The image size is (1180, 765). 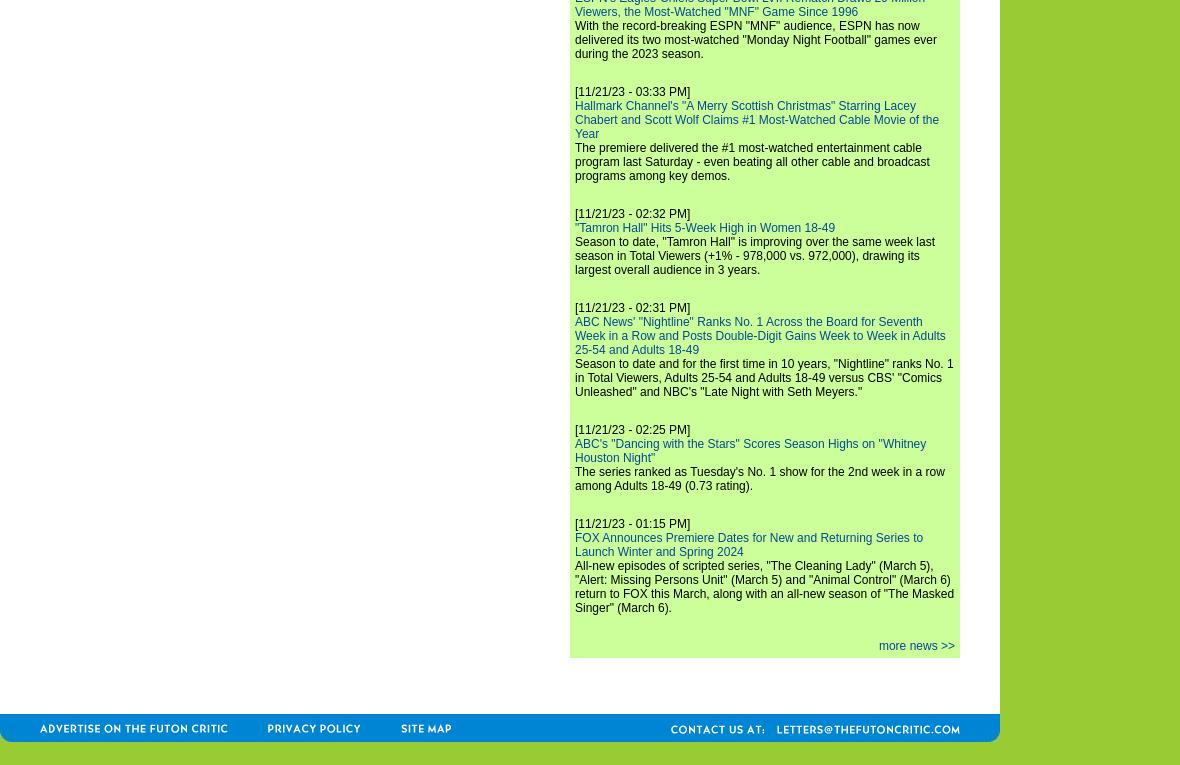 I want to click on '[11/21/23 - 02:25 PM]', so click(x=631, y=429).